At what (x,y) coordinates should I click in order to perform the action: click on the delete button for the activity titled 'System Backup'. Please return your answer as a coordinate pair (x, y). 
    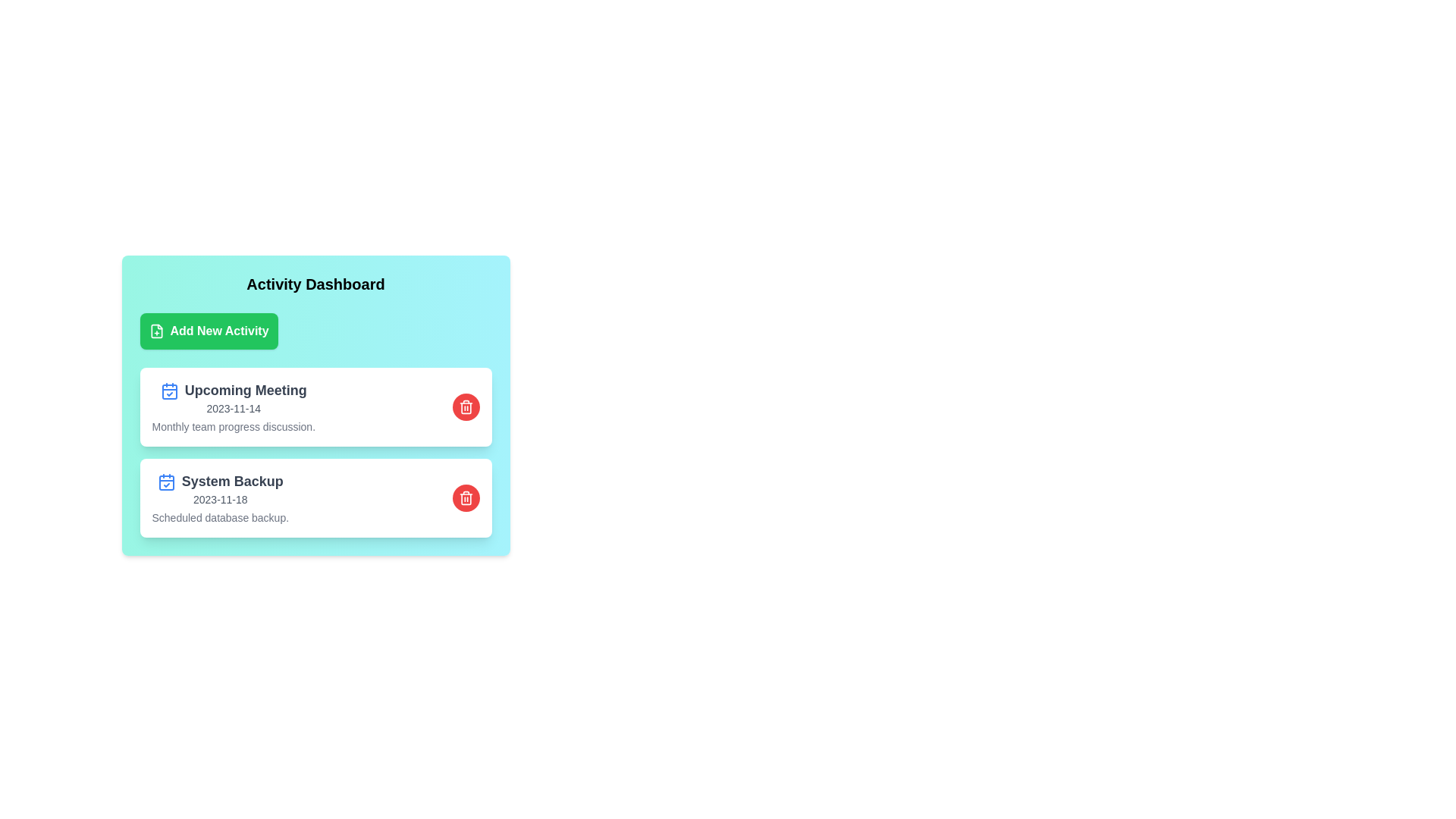
    Looking at the image, I should click on (465, 497).